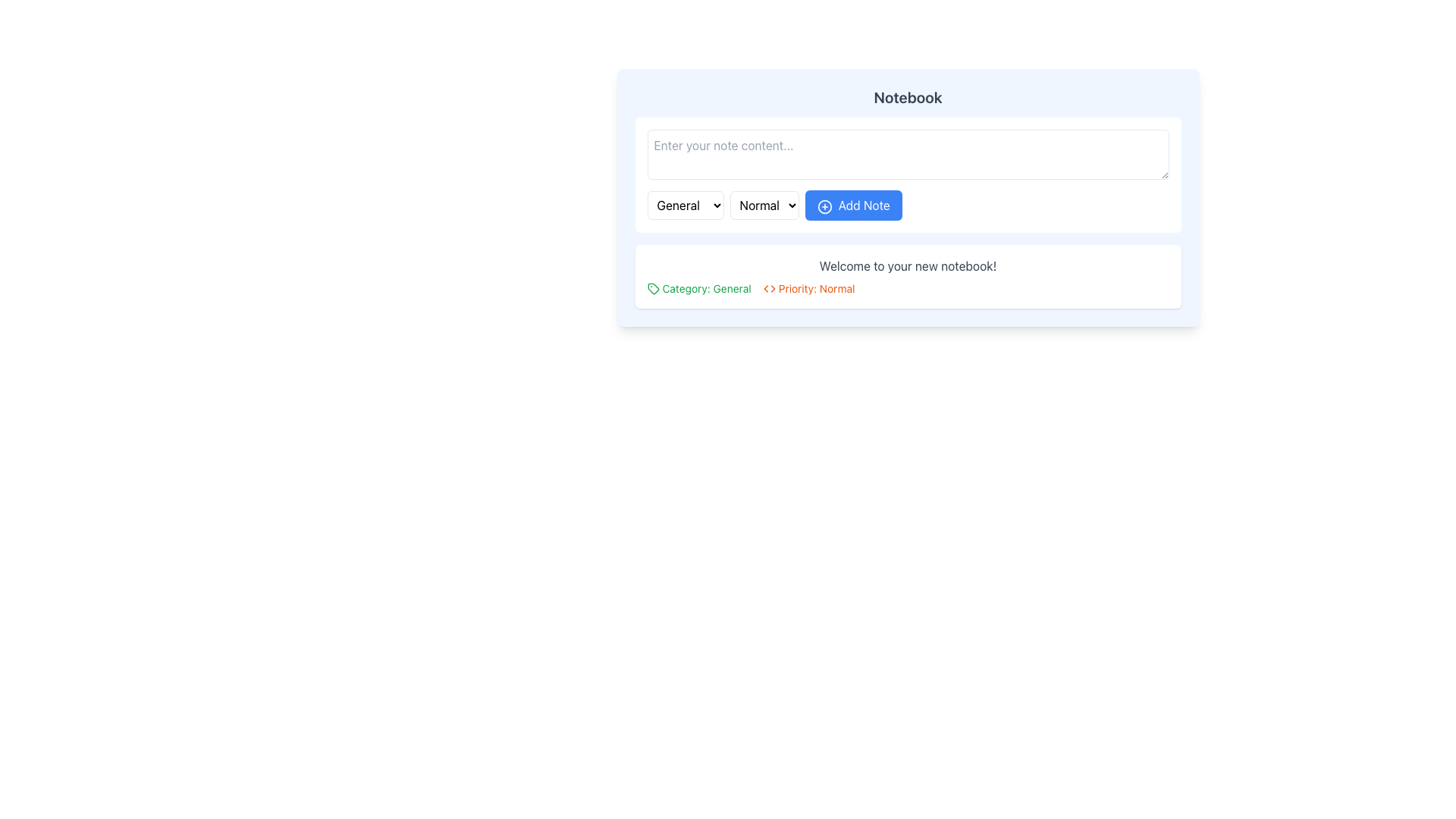 Image resolution: width=1456 pixels, height=819 pixels. I want to click on the compact icon resembling a code symbol with two arrow-like shapes pointing outward, located to the left of the text 'Priority: Normal', so click(769, 289).